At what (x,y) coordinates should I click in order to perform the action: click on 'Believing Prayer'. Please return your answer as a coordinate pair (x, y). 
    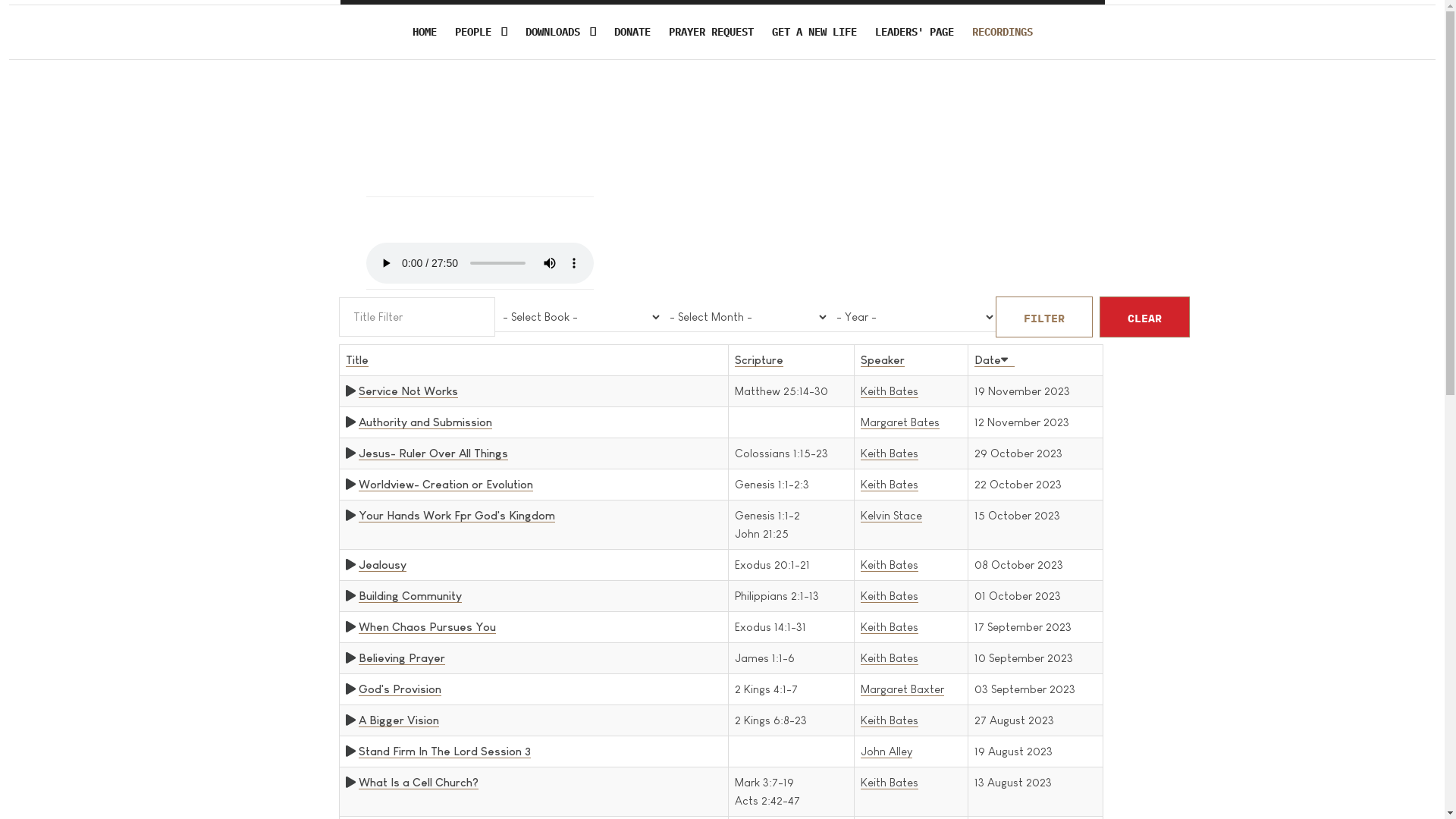
    Looking at the image, I should click on (356, 657).